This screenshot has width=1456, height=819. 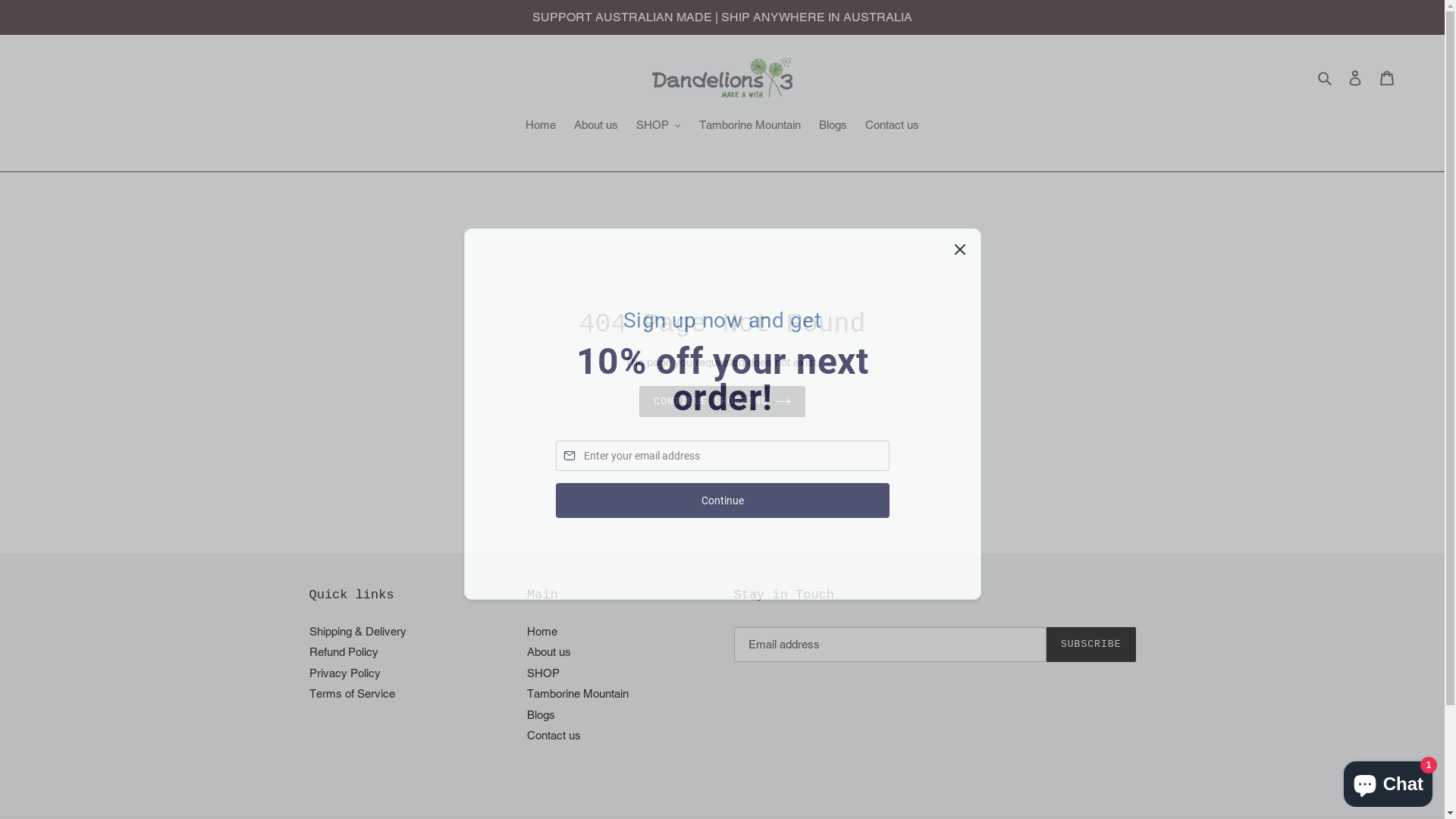 What do you see at coordinates (541, 125) in the screenshot?
I see `'Home'` at bounding box center [541, 125].